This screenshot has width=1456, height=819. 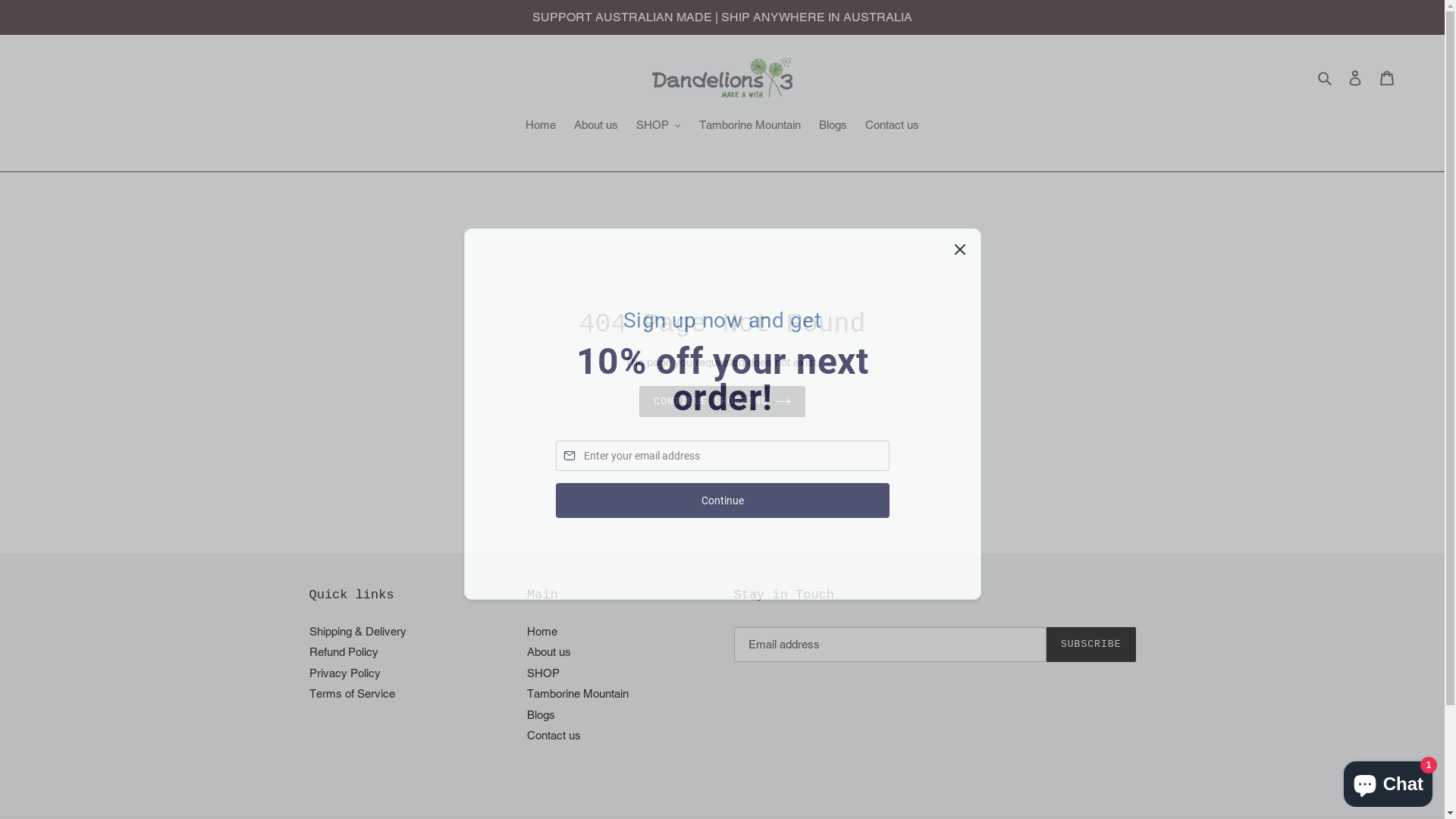 What do you see at coordinates (541, 125) in the screenshot?
I see `'Home'` at bounding box center [541, 125].